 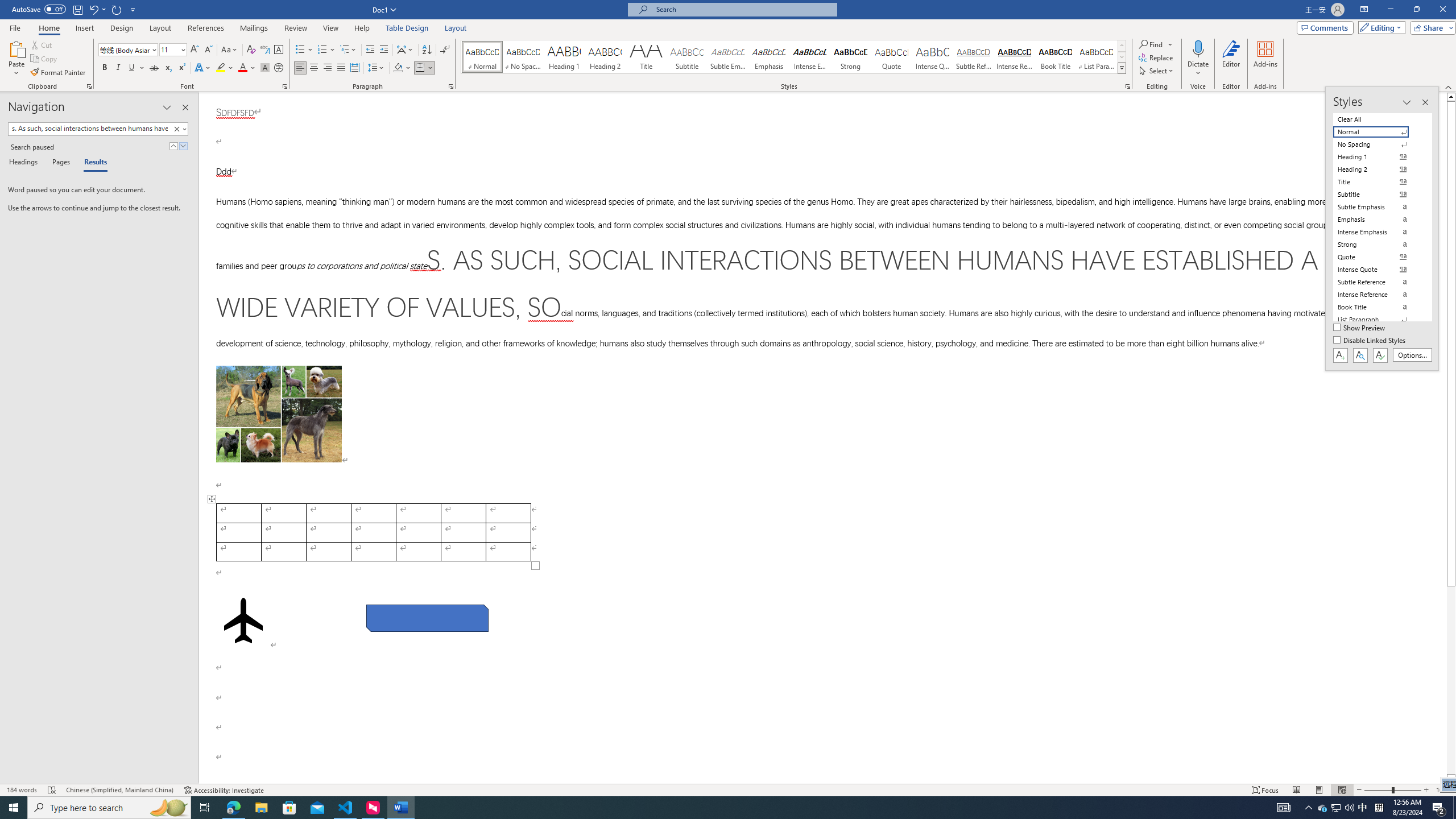 I want to click on 'AutomationID: QuickStylesGallery', so click(x=793, y=56).